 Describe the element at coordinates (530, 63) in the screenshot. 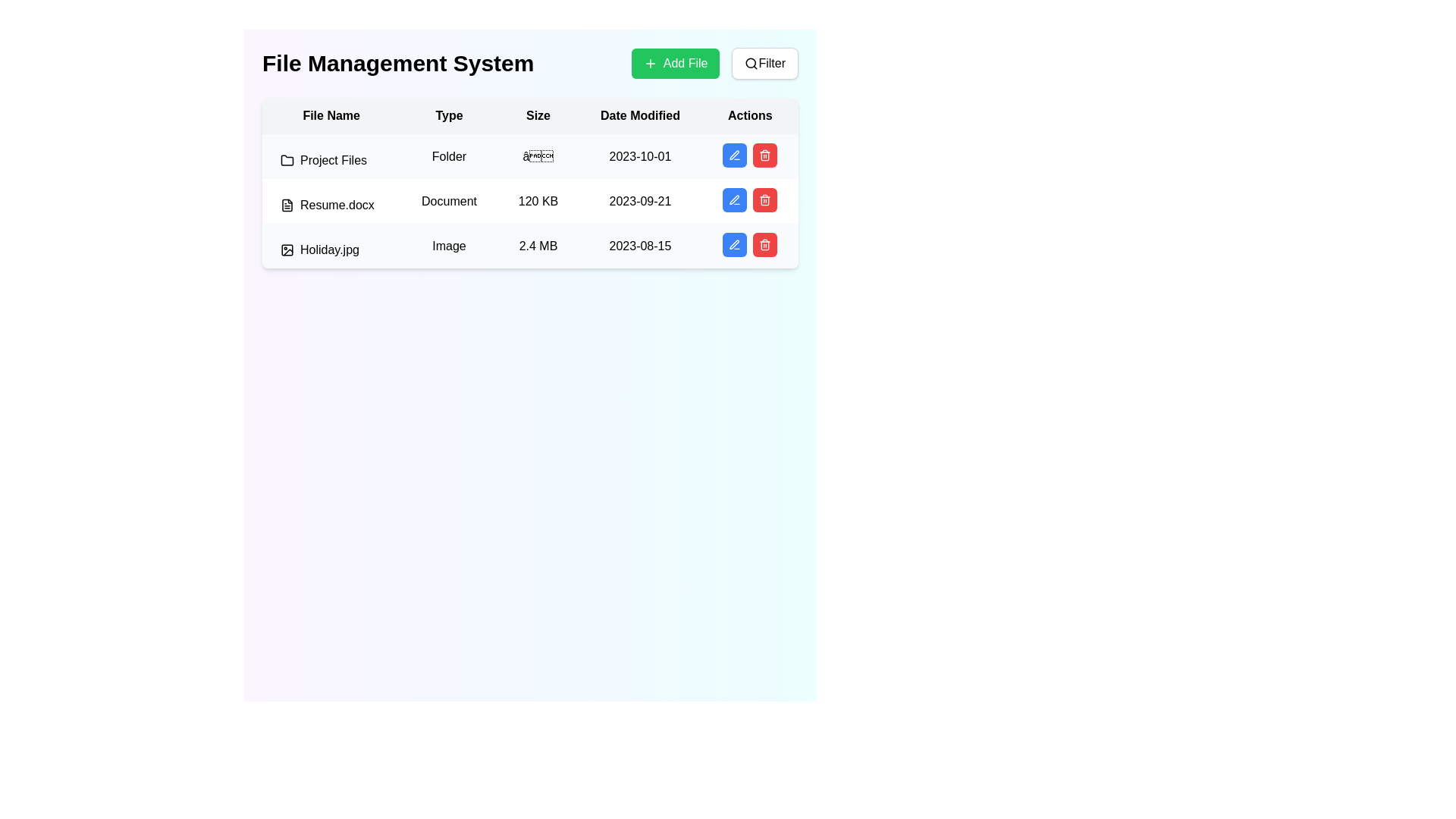

I see `the Header containing the bold title 'File Management System' and action buttons '+ Add File' and 'Filter'` at that location.